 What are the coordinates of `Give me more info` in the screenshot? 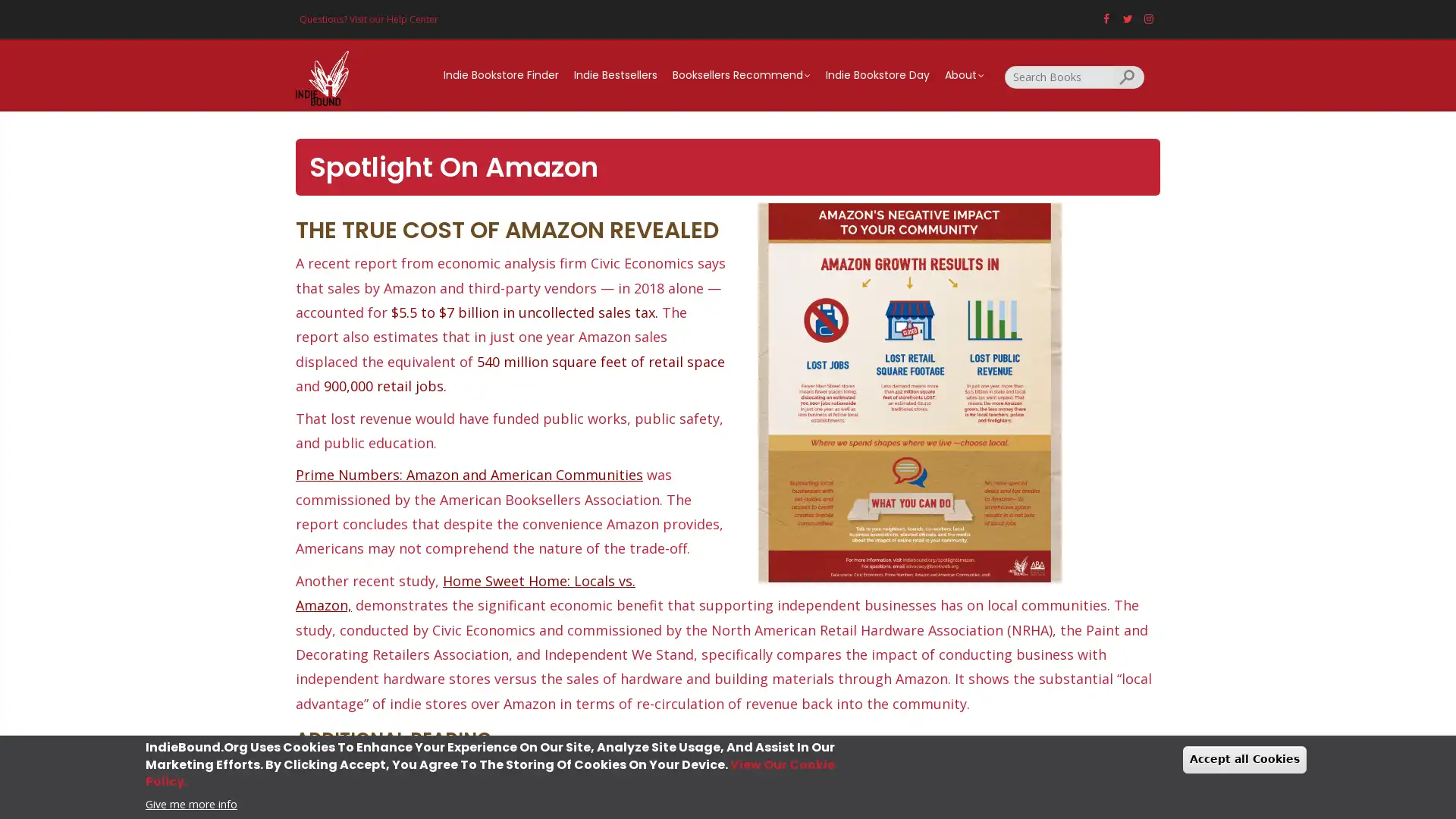 It's located at (190, 802).